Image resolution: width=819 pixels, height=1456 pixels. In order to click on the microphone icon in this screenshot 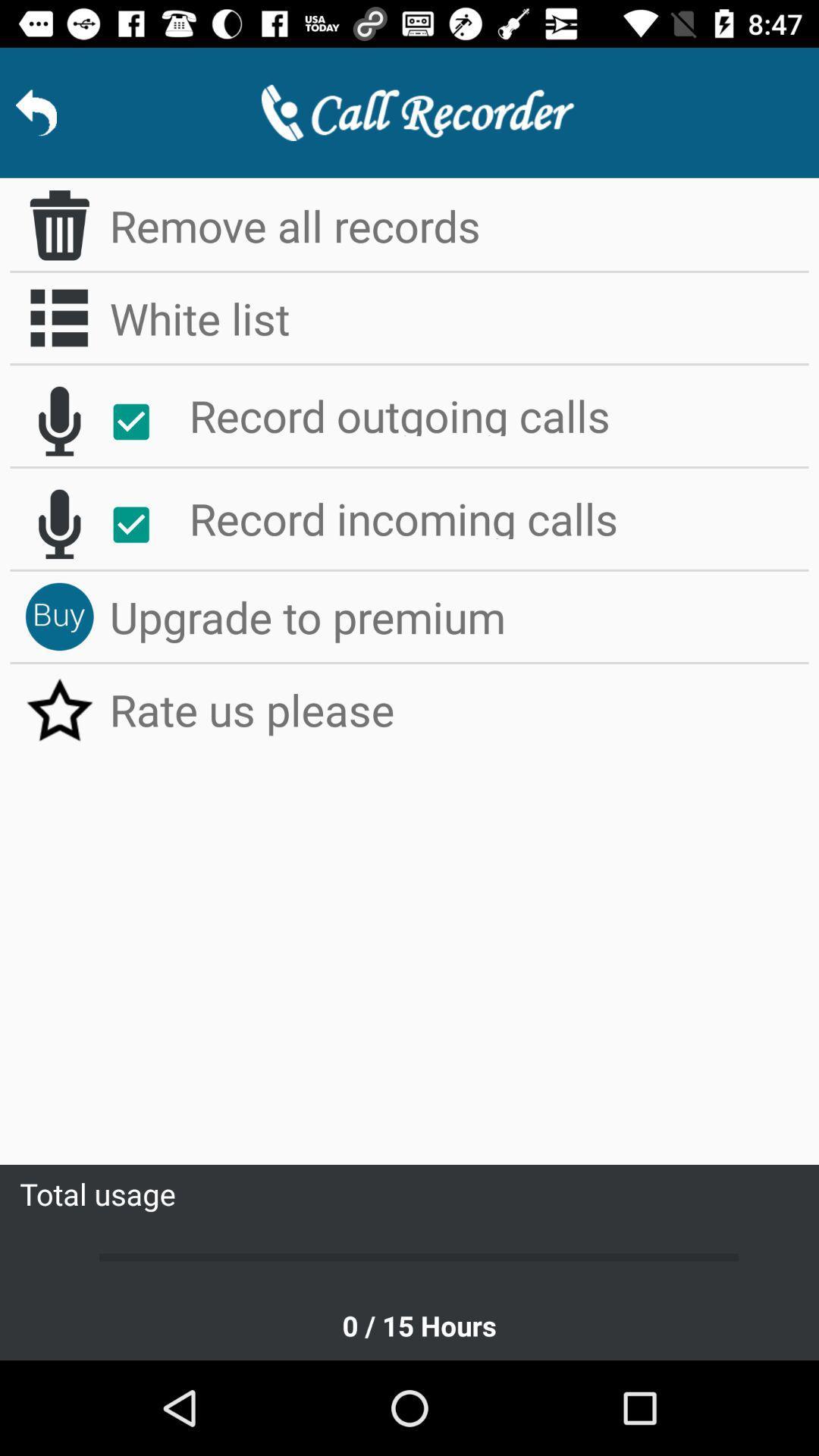, I will do `click(58, 421)`.